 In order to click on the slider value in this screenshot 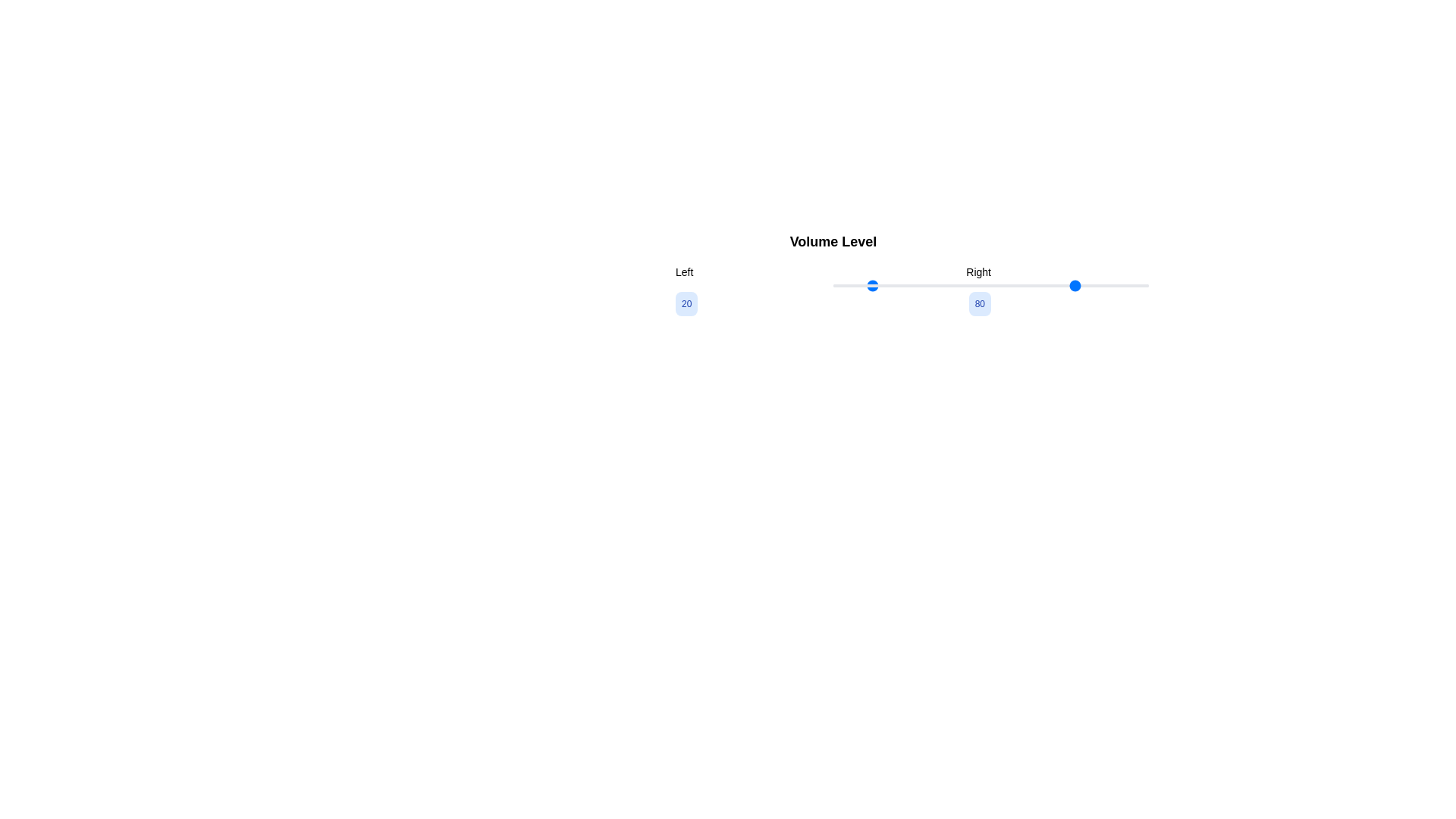, I will do `click(886, 286)`.